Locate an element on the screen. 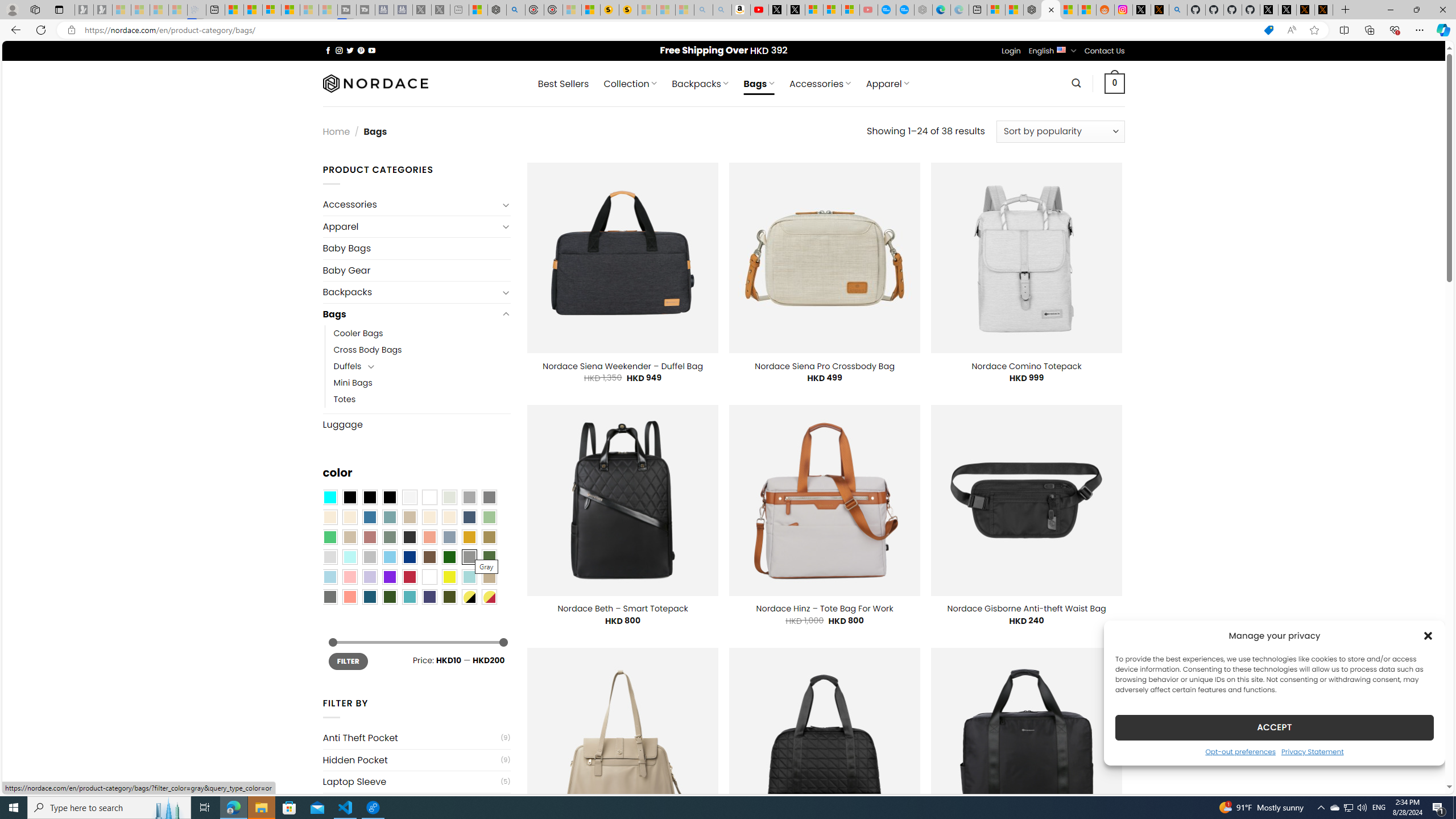 The height and width of the screenshot is (819, 1456). 'Hidden Pocket' is located at coordinates (411, 760).